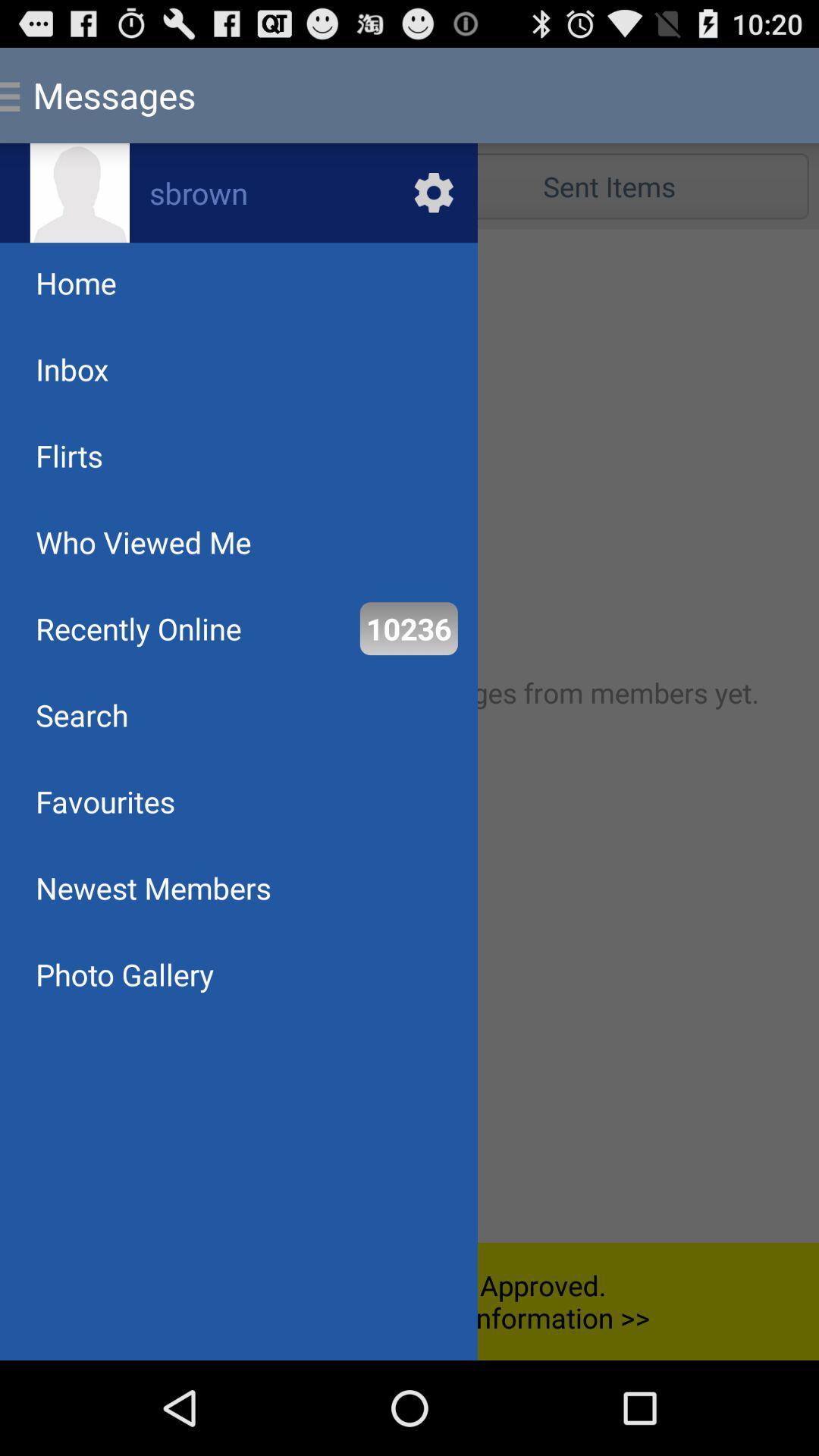  What do you see at coordinates (409, 736) in the screenshot?
I see `user control bar` at bounding box center [409, 736].